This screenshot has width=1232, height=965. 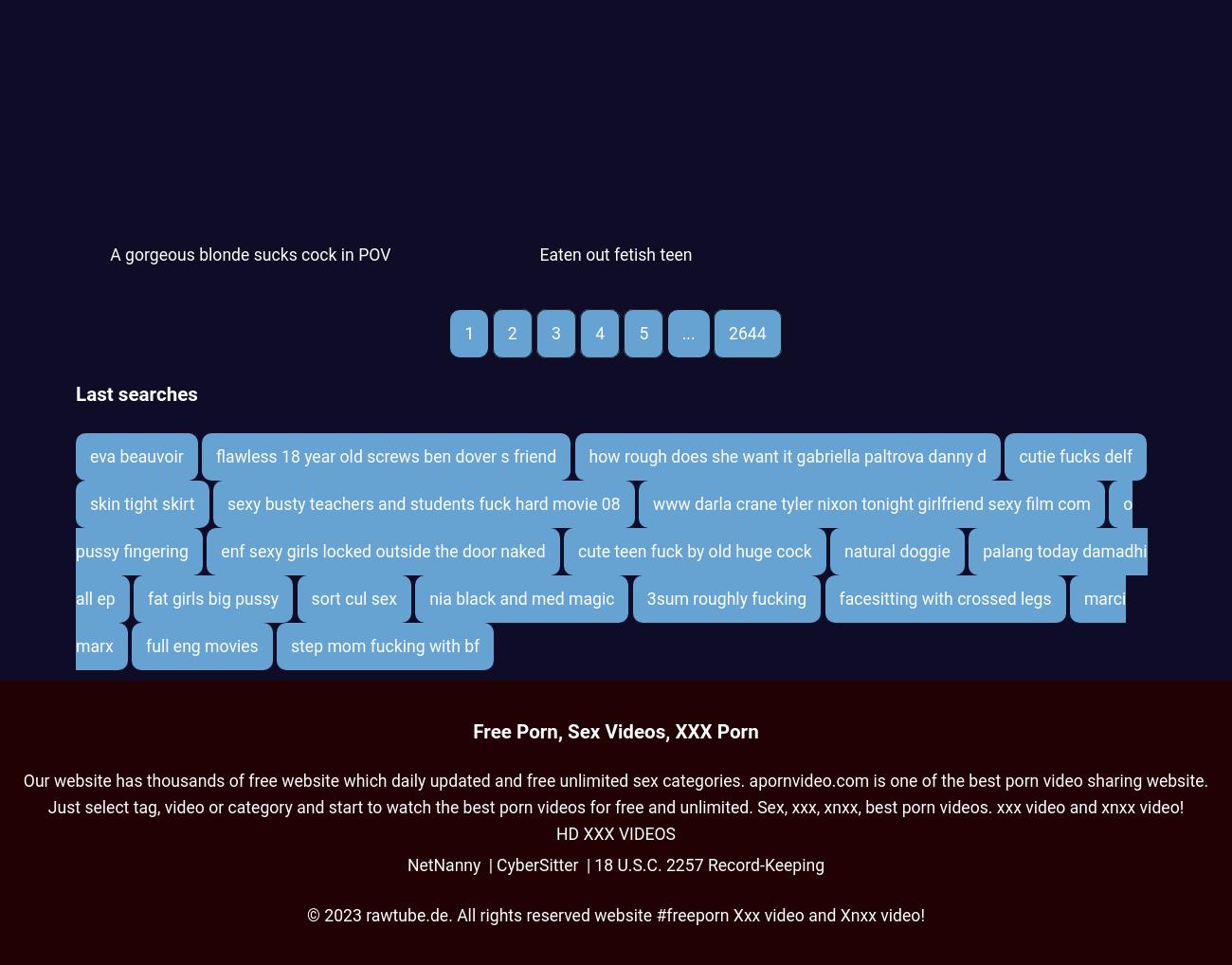 I want to click on 'www darla crane tyler nixon tonight girlfriend sexy film com', so click(x=870, y=501).